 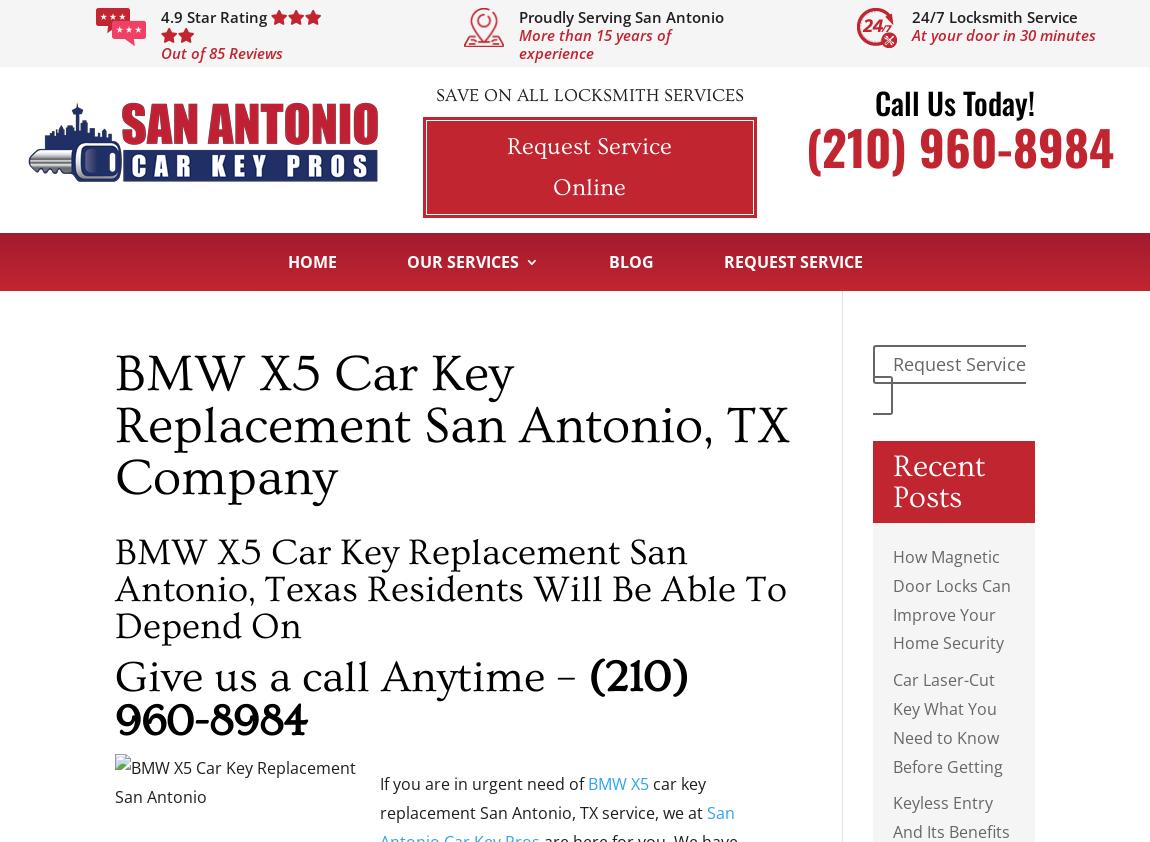 What do you see at coordinates (484, 783) in the screenshot?
I see `'If you are in urgent need of'` at bounding box center [484, 783].